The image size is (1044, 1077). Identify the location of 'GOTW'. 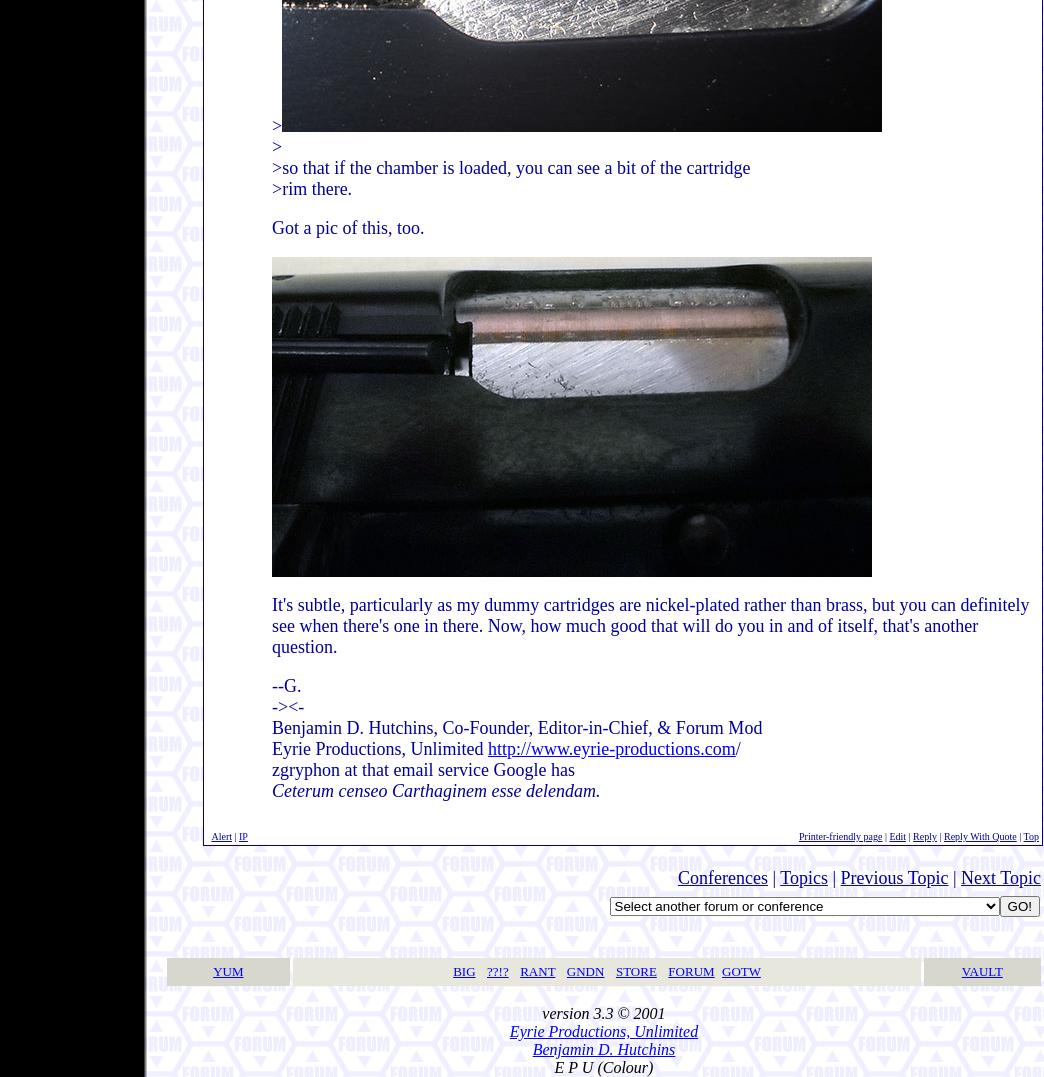
(722, 971).